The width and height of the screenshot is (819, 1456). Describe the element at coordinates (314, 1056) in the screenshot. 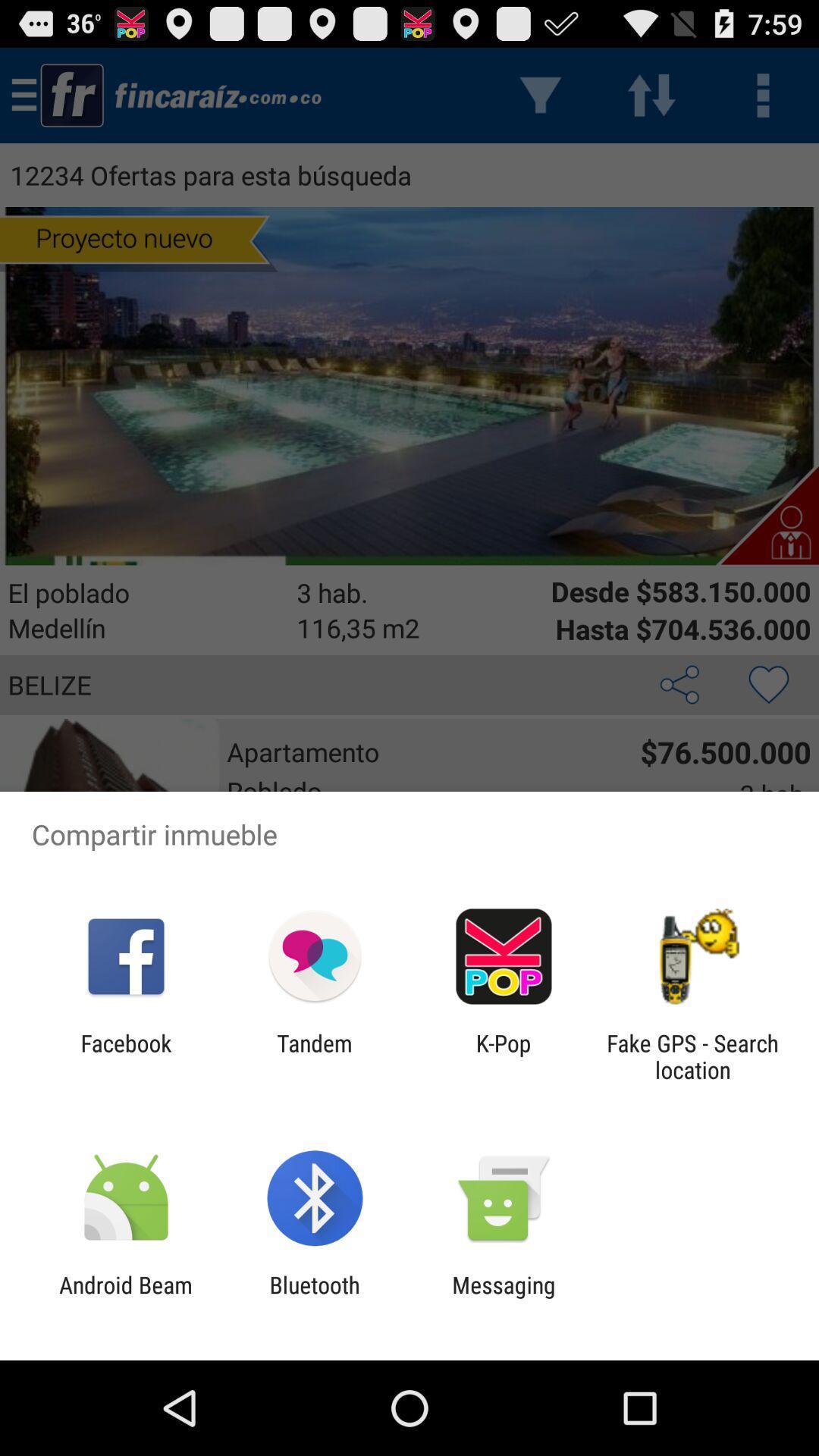

I see `icon next to k-pop item` at that location.